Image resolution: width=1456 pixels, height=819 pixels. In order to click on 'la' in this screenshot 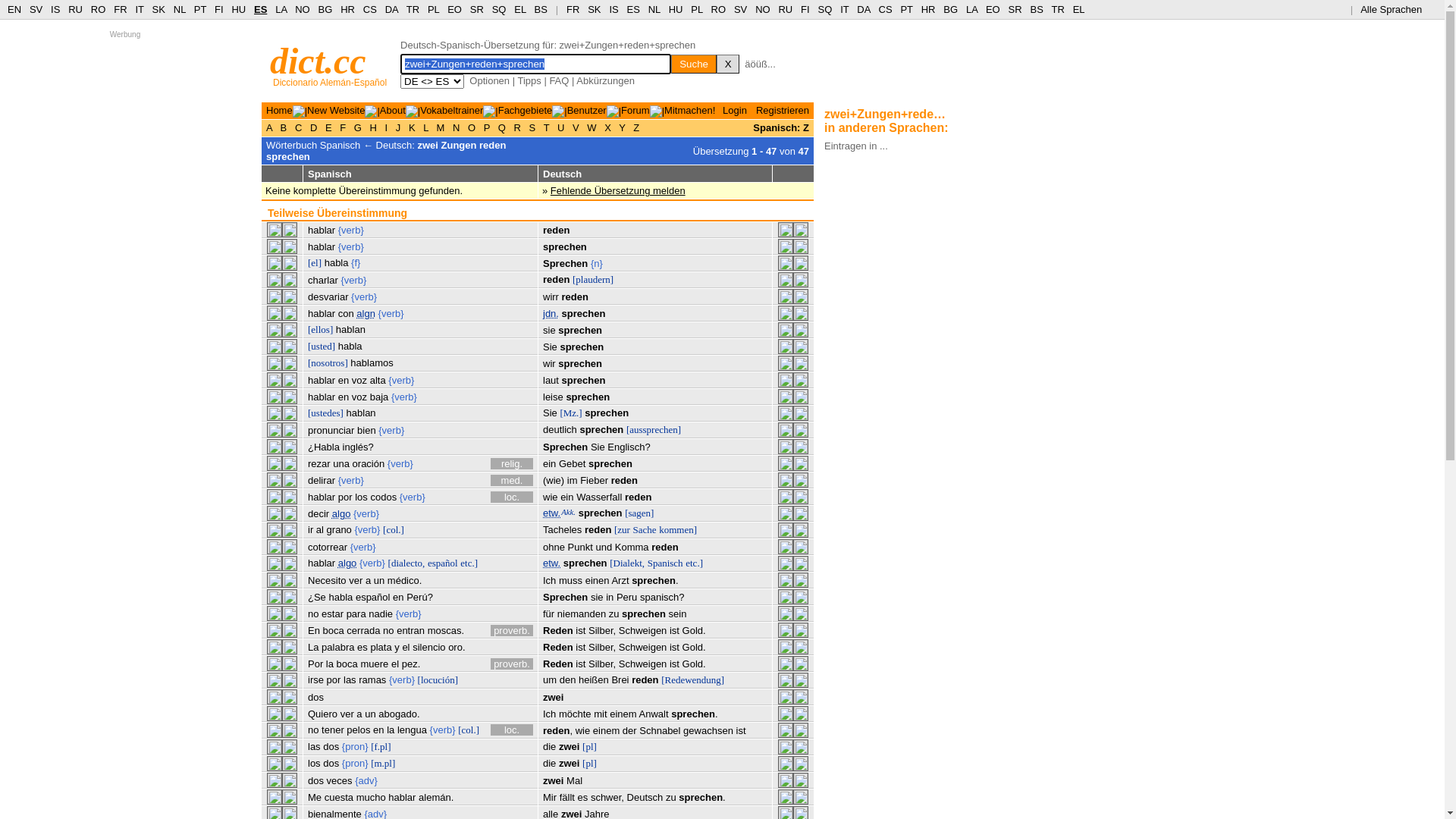, I will do `click(325, 663)`.